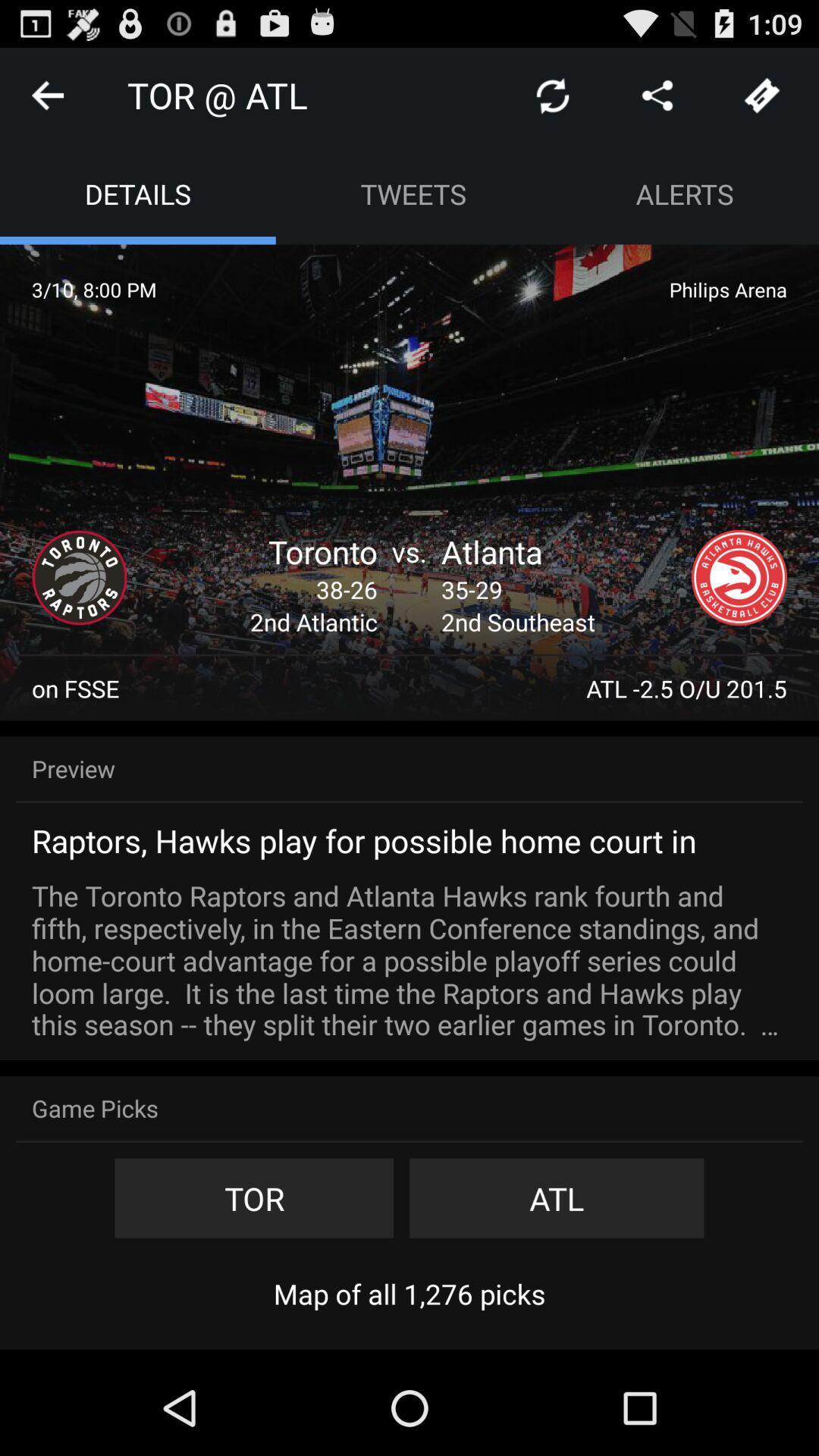  I want to click on get tickets, so click(762, 94).